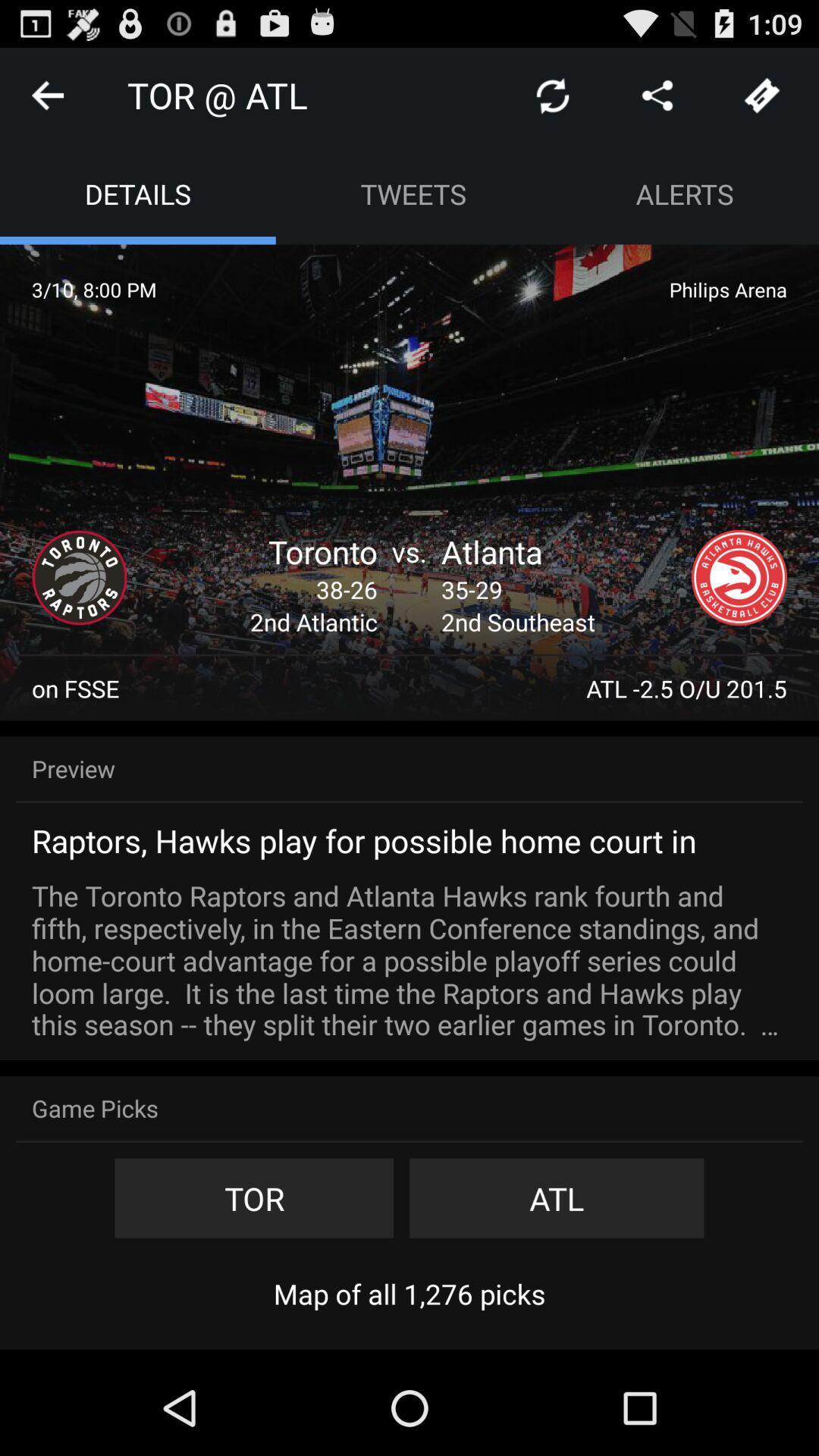  I want to click on get tickets, so click(762, 94).